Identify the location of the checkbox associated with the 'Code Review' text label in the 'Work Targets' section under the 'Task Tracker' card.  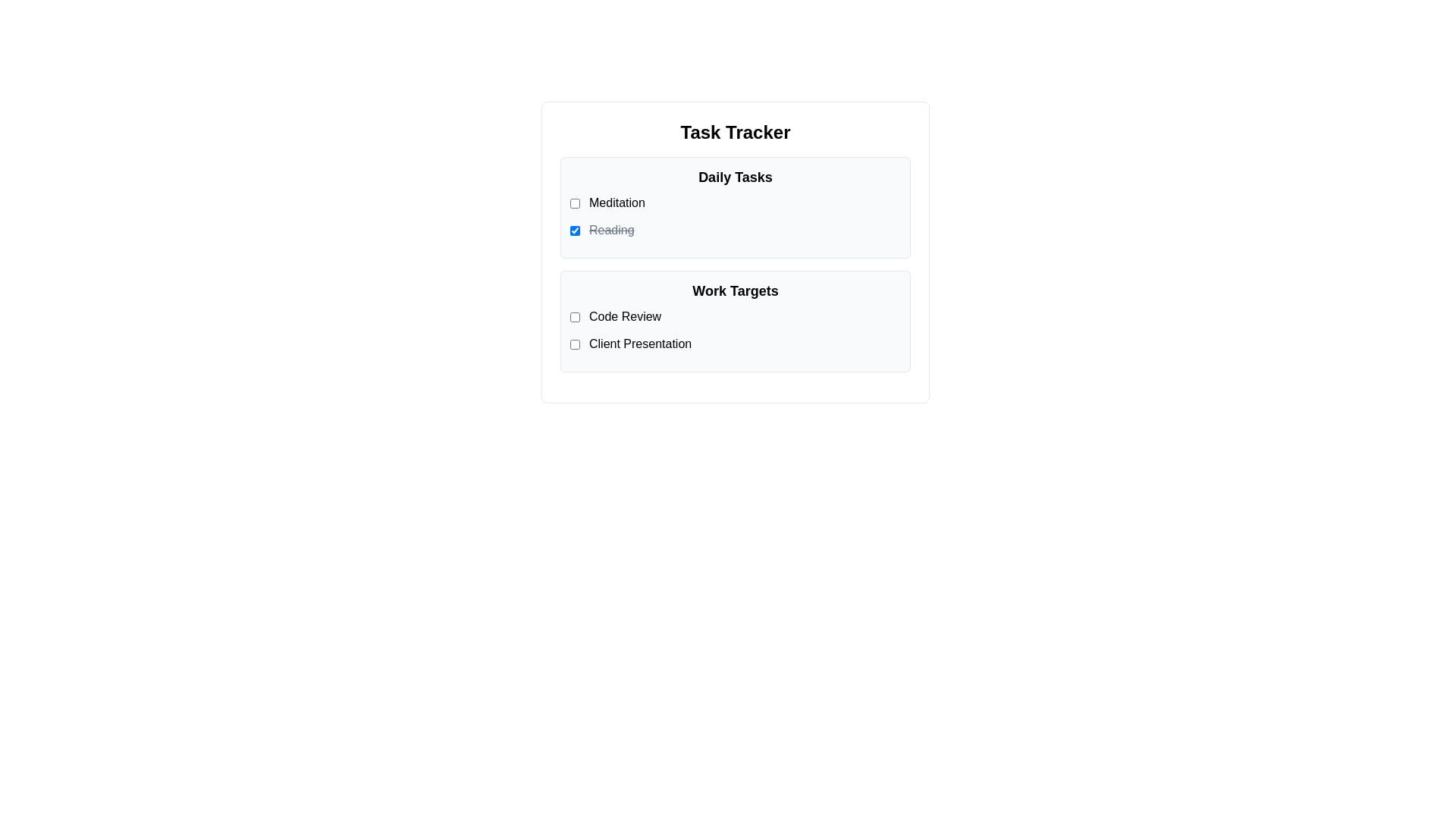
(735, 315).